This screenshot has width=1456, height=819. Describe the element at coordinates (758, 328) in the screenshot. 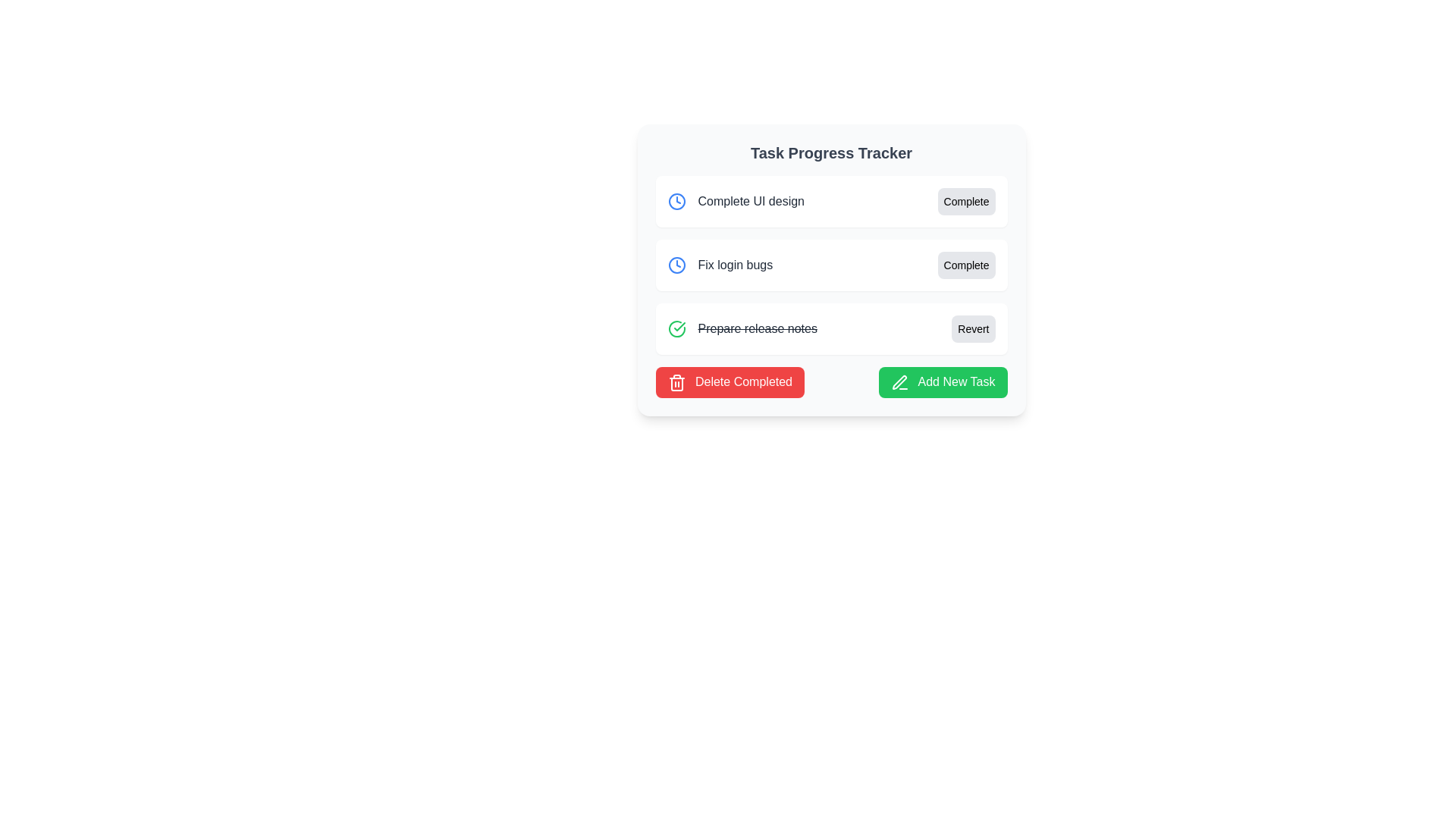

I see `the text label indicating a completed task, which features a strike-through style and is located in the middle section of a task card, aligned to the left of a green checkmark icon` at that location.